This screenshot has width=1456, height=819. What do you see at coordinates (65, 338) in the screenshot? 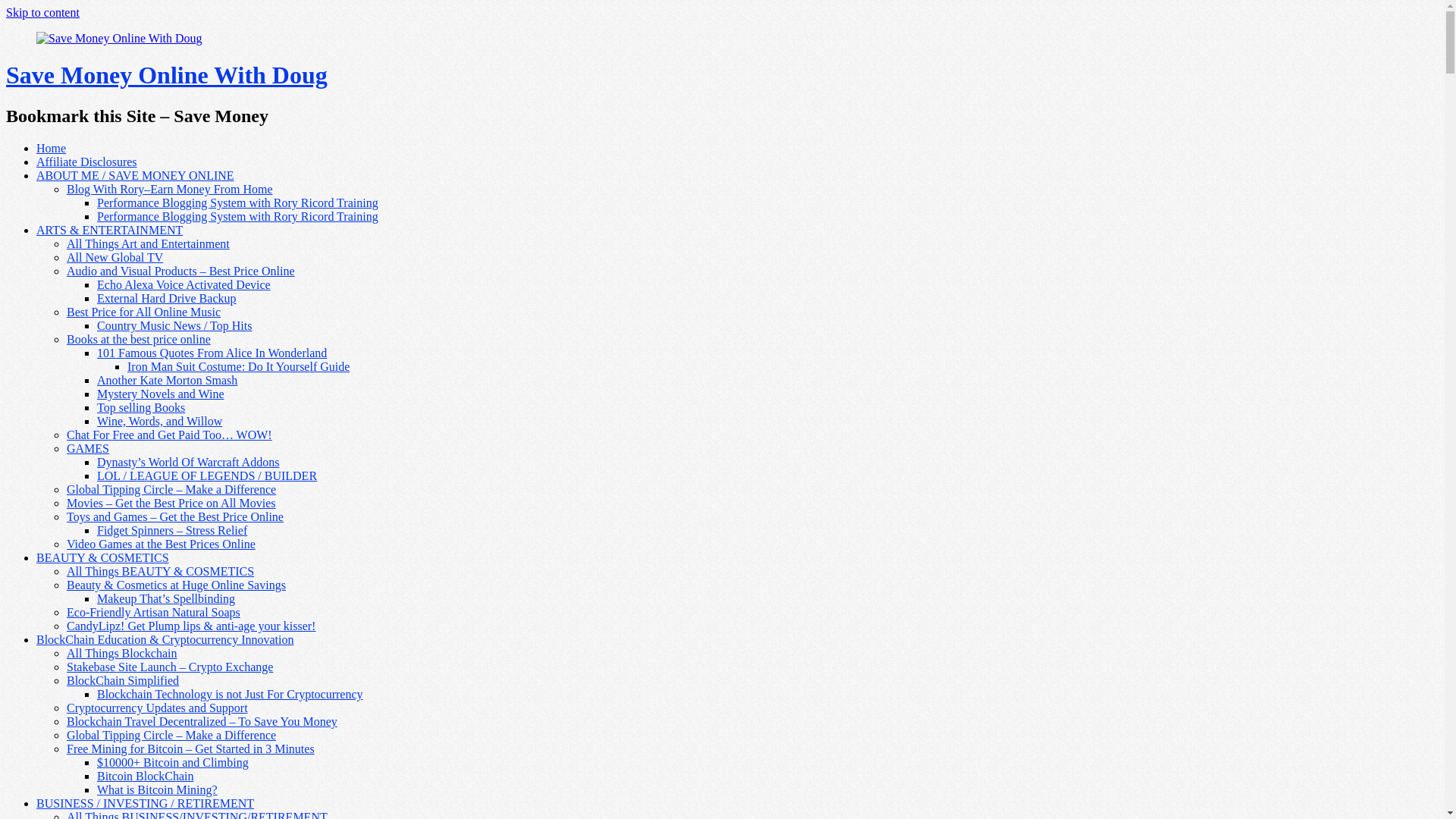
I see `'Books at the best price online'` at bounding box center [65, 338].